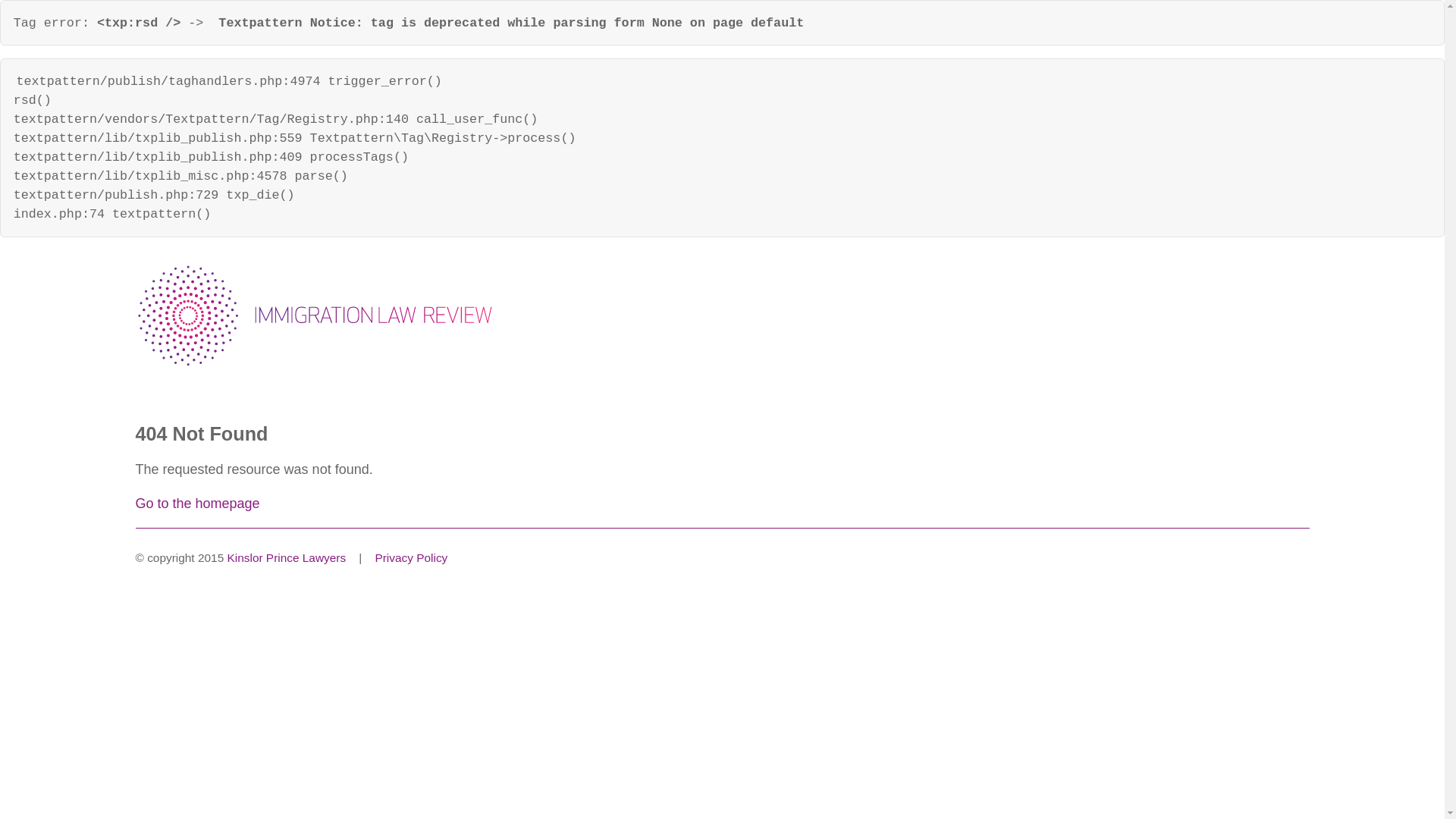  I want to click on 'Kinslor Prince Lawyers', so click(225, 557).